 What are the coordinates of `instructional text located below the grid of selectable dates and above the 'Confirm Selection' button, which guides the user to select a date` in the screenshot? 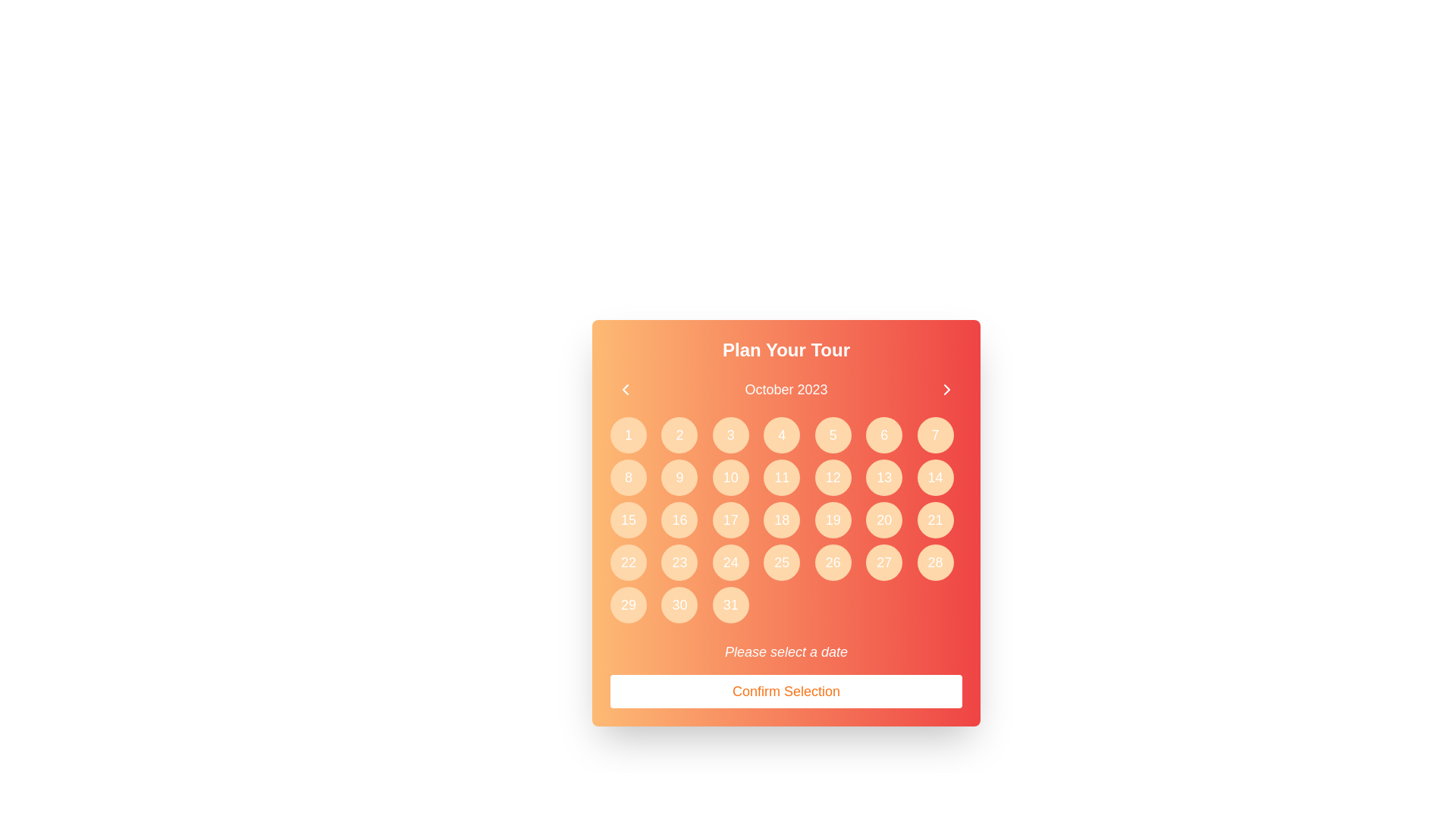 It's located at (786, 651).